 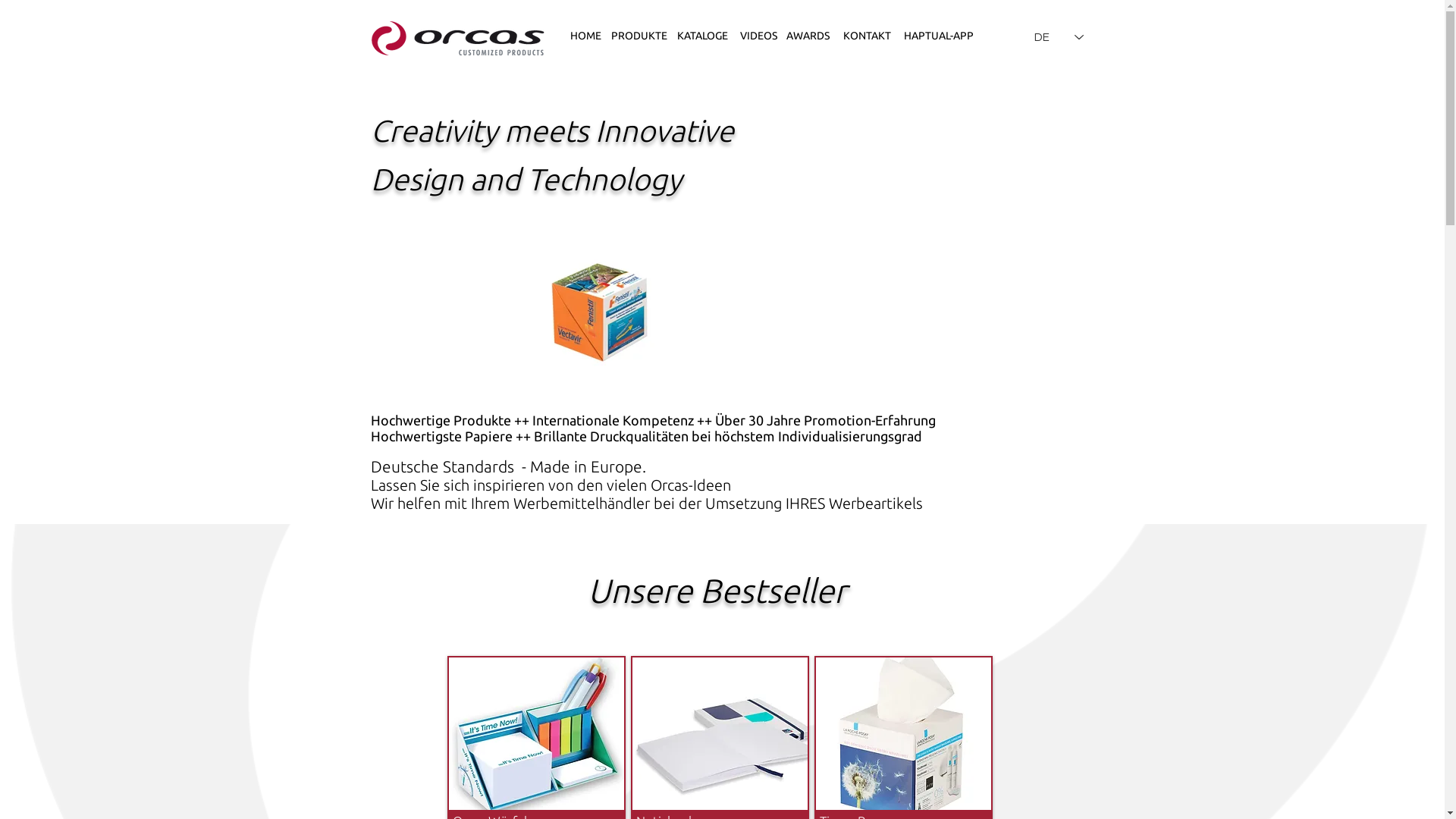 What do you see at coordinates (835, 35) in the screenshot?
I see `'KONTAKT'` at bounding box center [835, 35].